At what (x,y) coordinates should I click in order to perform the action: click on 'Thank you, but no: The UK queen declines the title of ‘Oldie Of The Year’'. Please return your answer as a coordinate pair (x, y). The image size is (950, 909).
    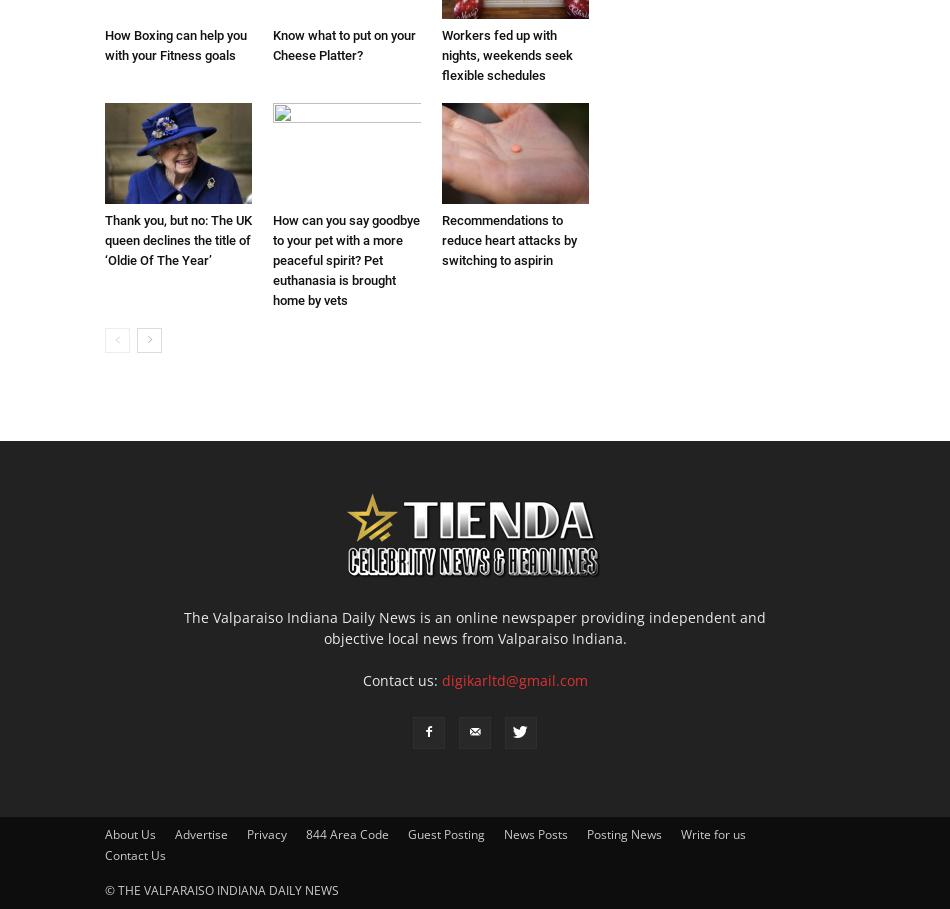
    Looking at the image, I should click on (178, 238).